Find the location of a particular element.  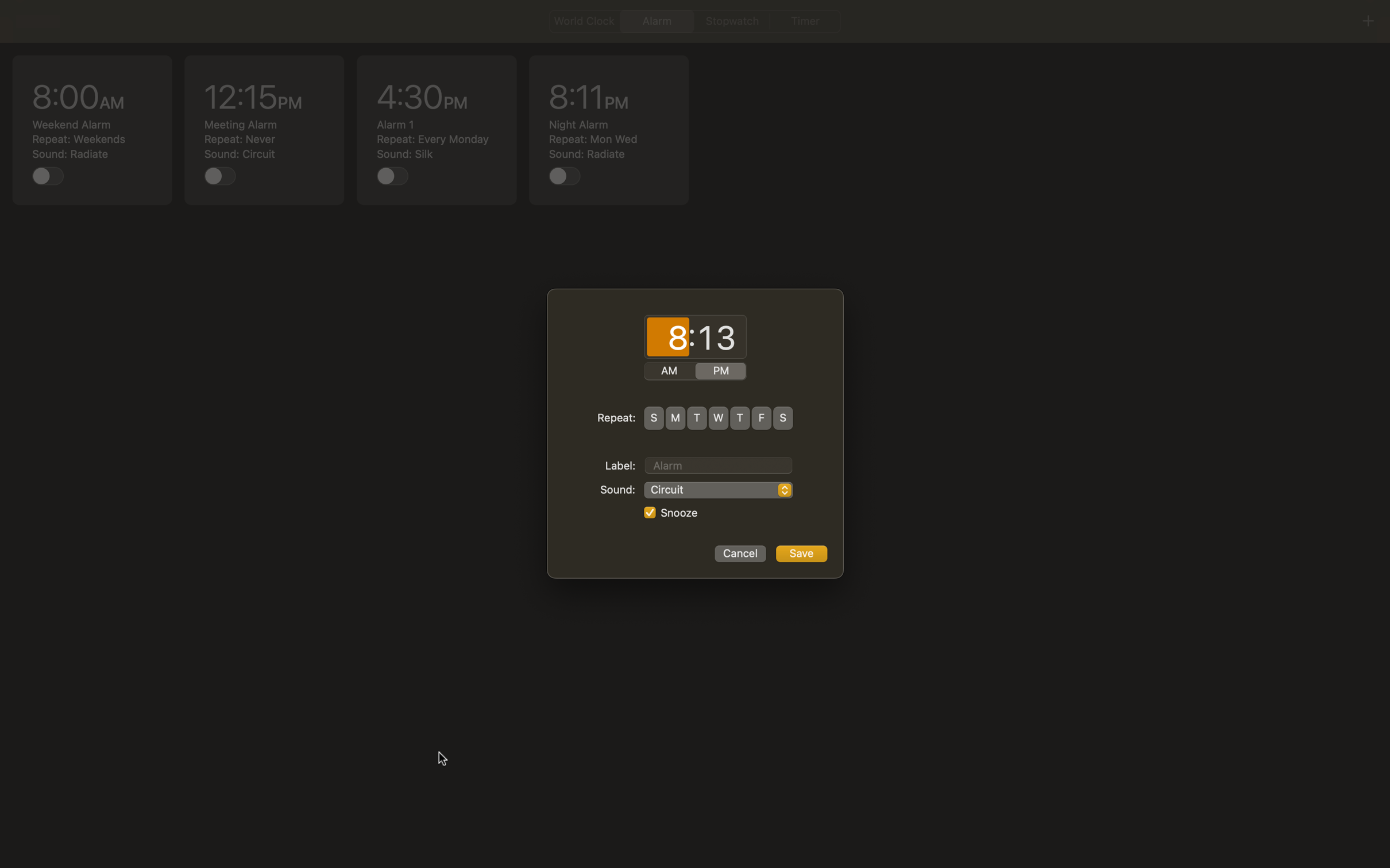

recurring daily alarm is located at coordinates (653, 417).